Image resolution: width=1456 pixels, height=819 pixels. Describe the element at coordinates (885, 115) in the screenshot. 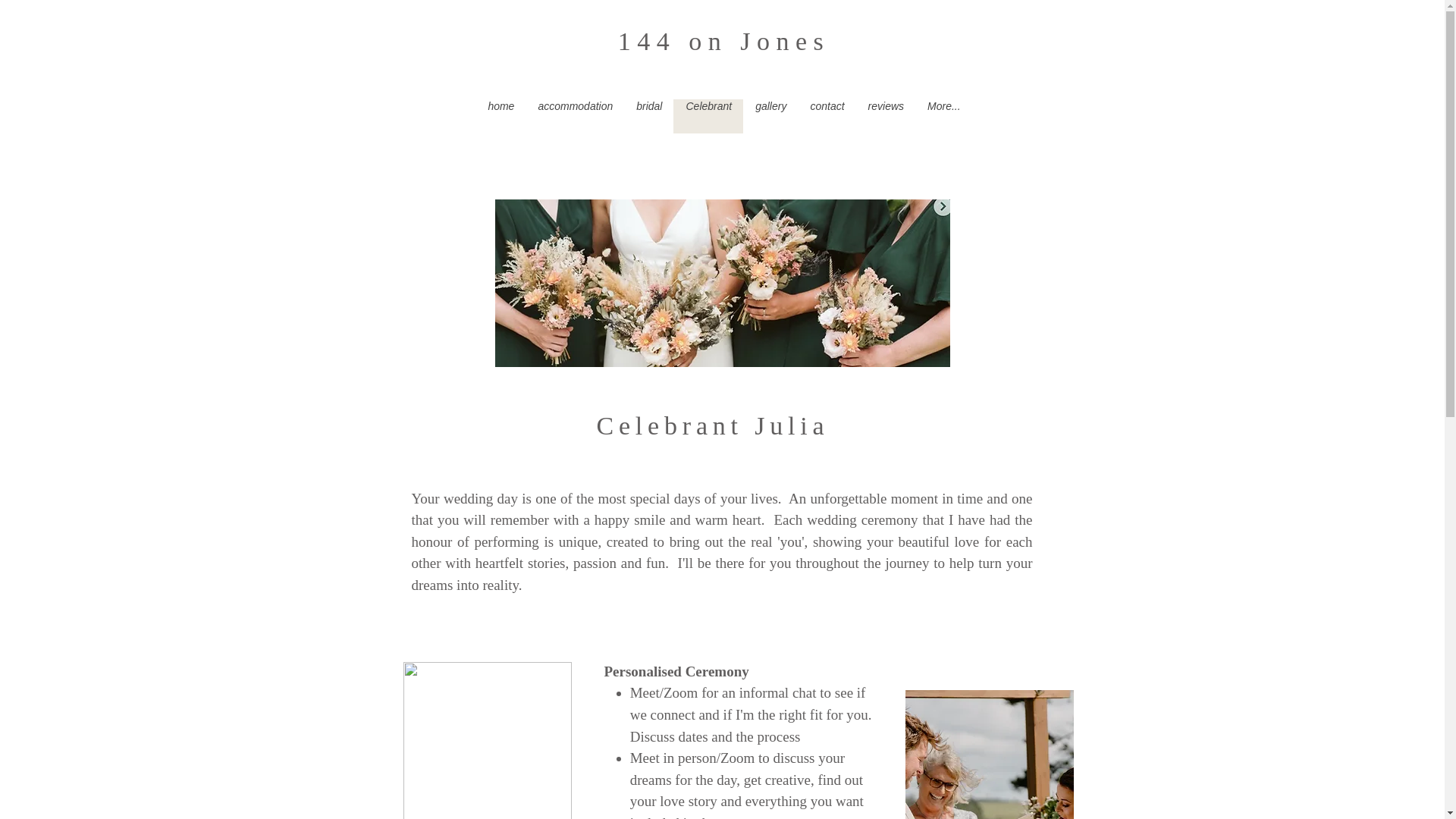

I see `'reviews'` at that location.